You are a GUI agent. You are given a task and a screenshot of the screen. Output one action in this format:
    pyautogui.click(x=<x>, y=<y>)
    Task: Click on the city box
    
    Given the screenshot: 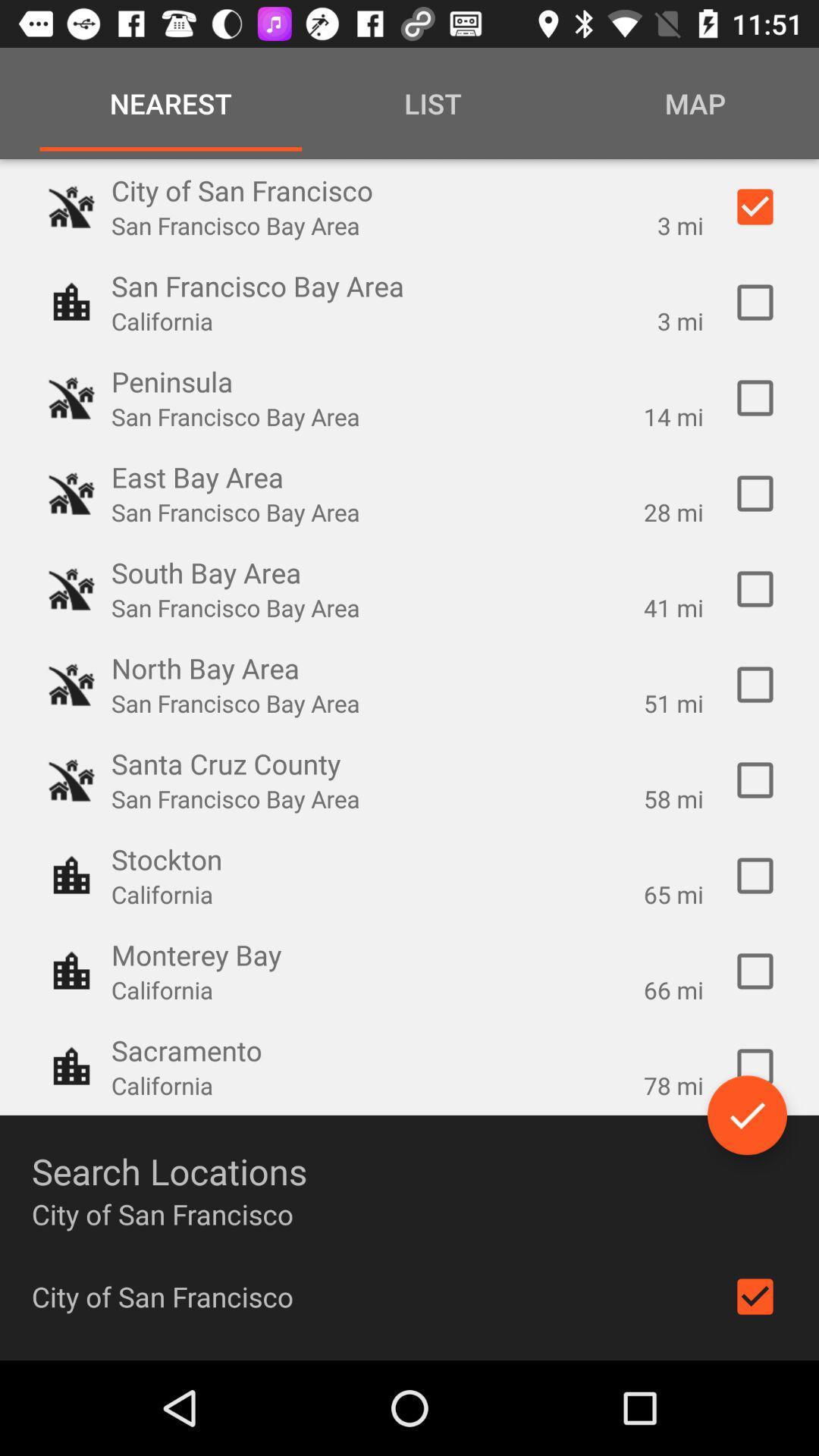 What is the action you would take?
    pyautogui.click(x=755, y=1295)
    